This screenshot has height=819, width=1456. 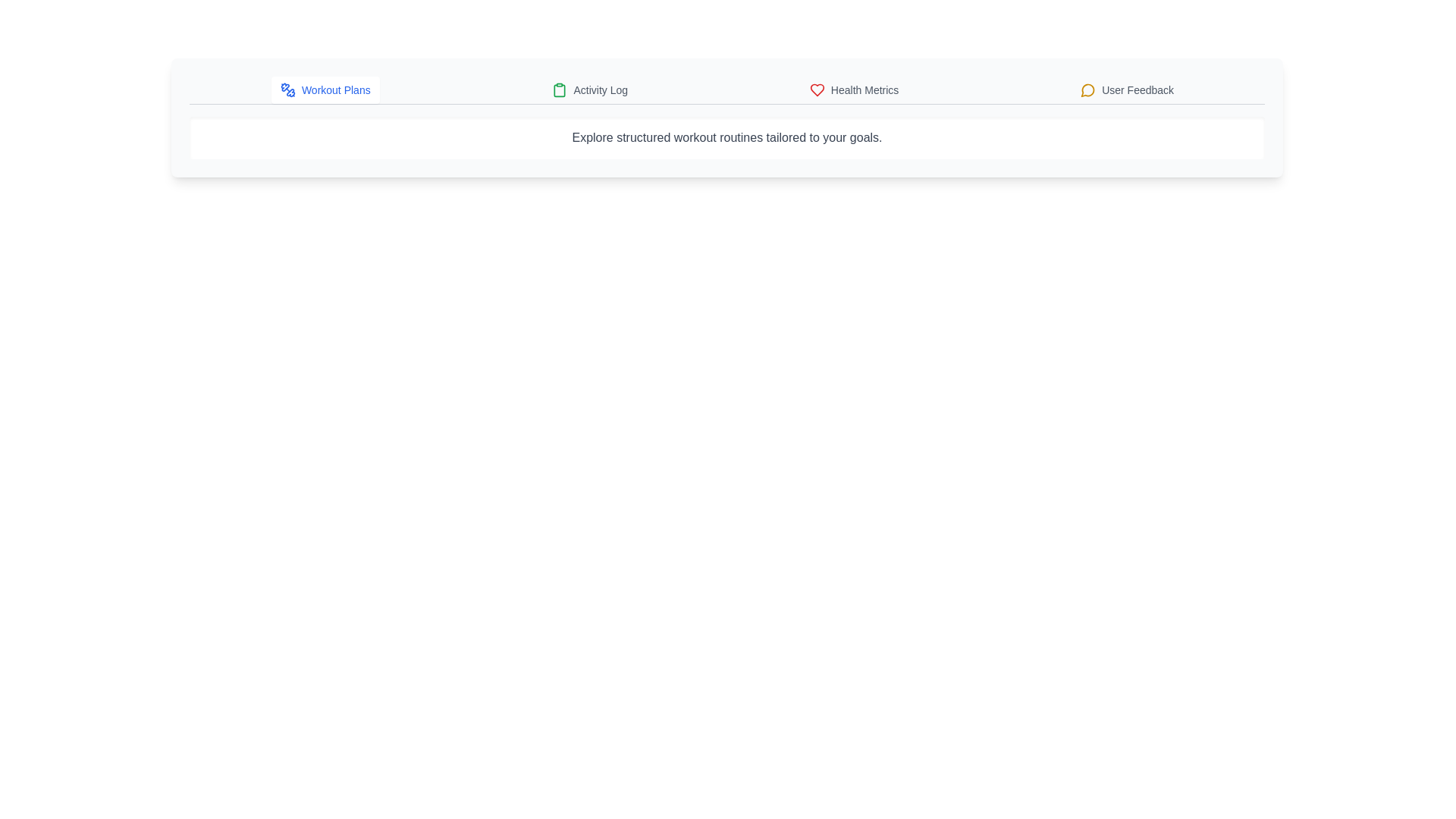 I want to click on the clipboard icon with a green fill color located to the left of the 'Activity Log' text, so click(x=559, y=90).